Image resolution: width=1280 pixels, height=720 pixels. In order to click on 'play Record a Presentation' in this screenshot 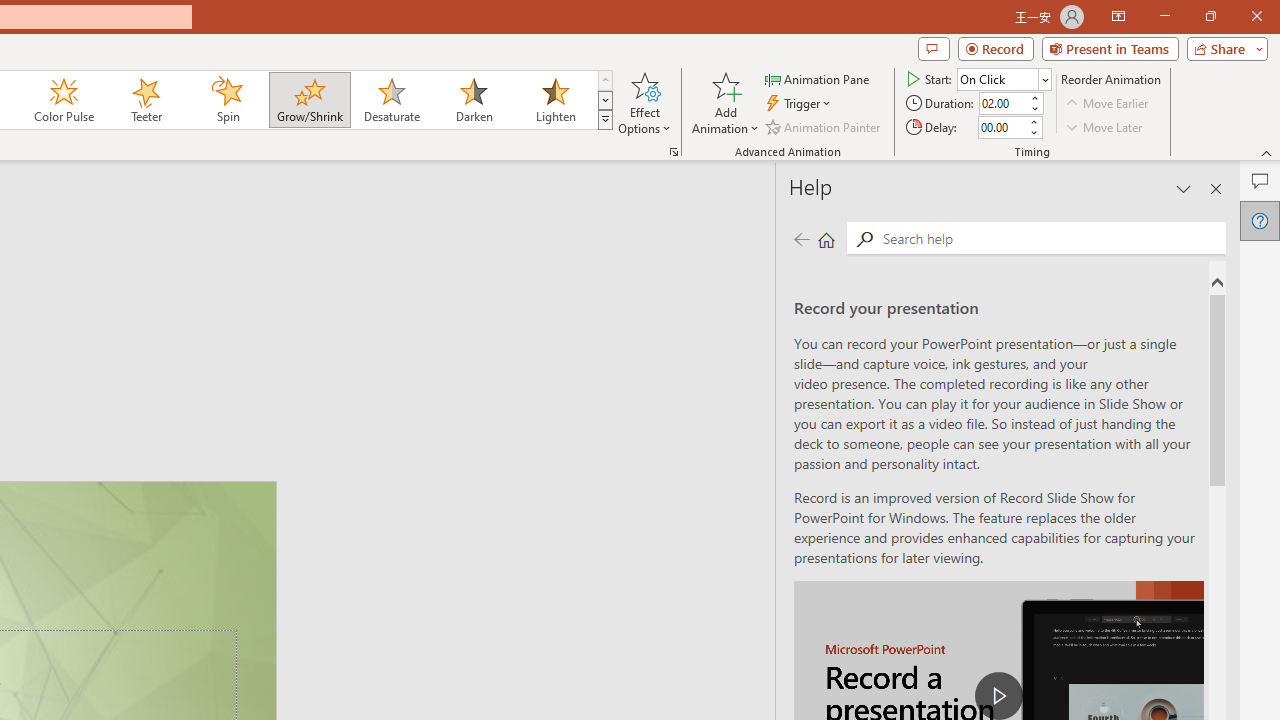, I will do `click(999, 694)`.